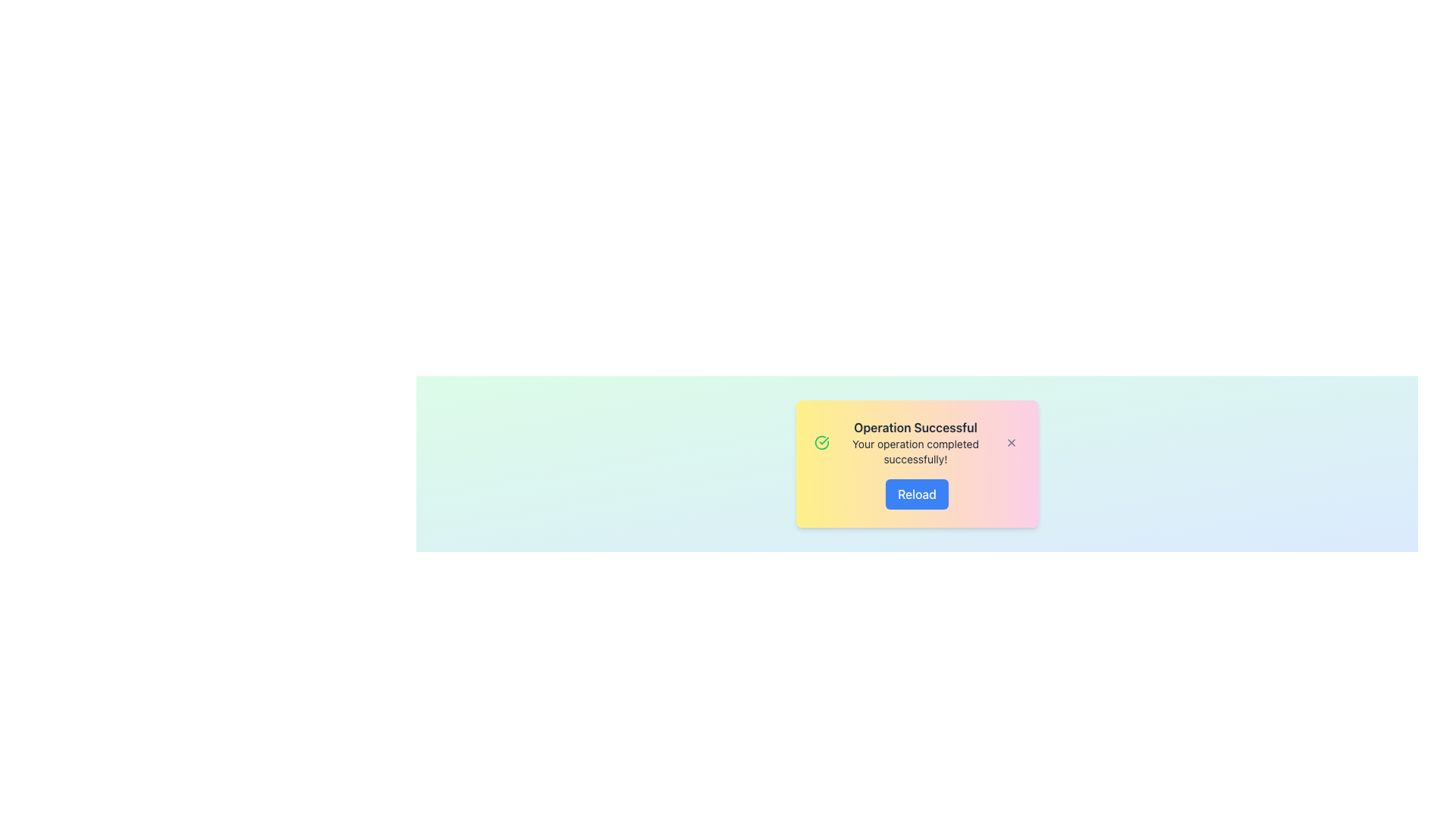 The width and height of the screenshot is (1456, 819). What do you see at coordinates (915, 427) in the screenshot?
I see `the main title text label of the notification indicating a successful operation, located at the top of the notification card in the lower central area of the interface` at bounding box center [915, 427].